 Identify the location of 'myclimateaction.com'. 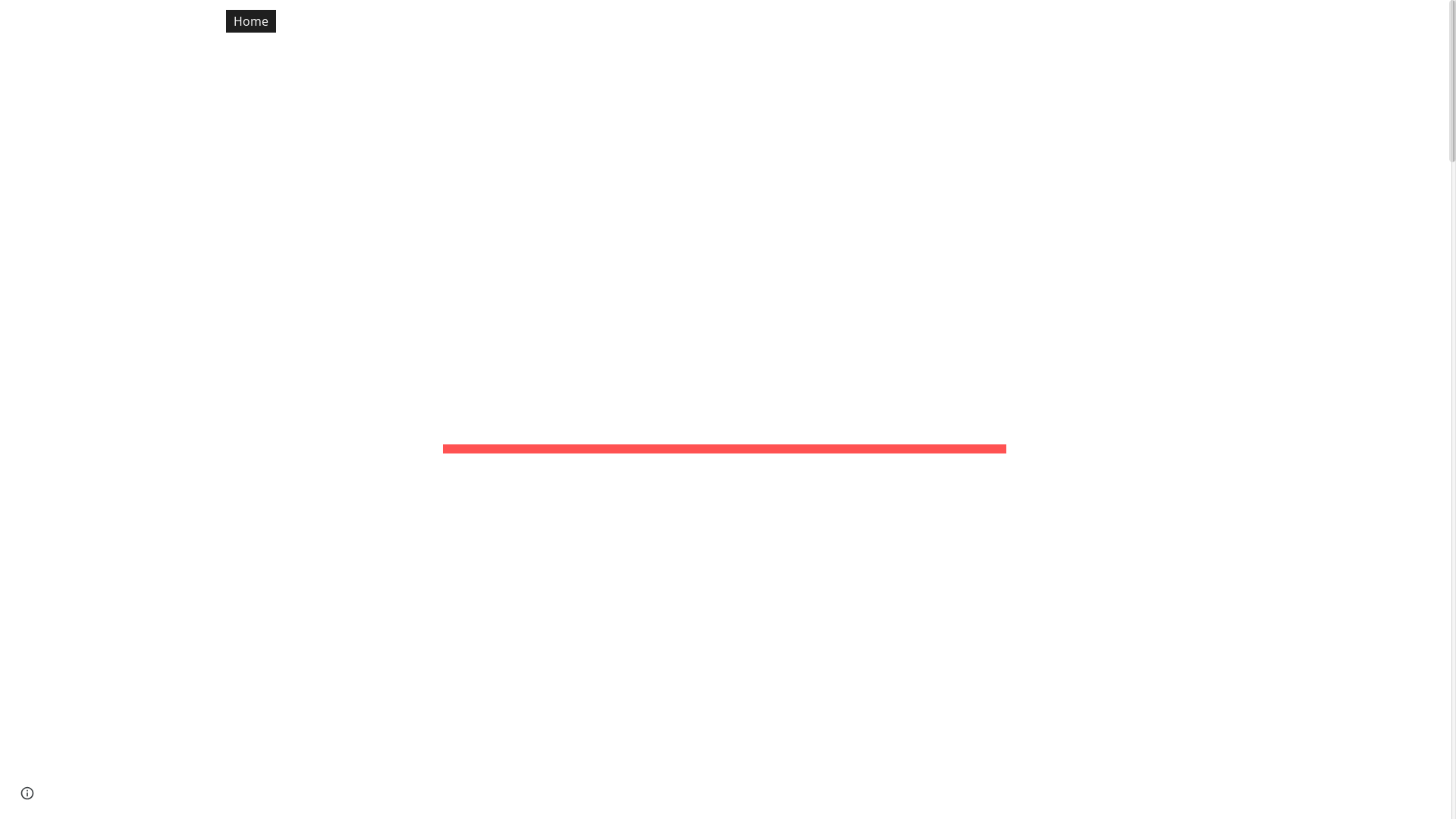
(11, 18).